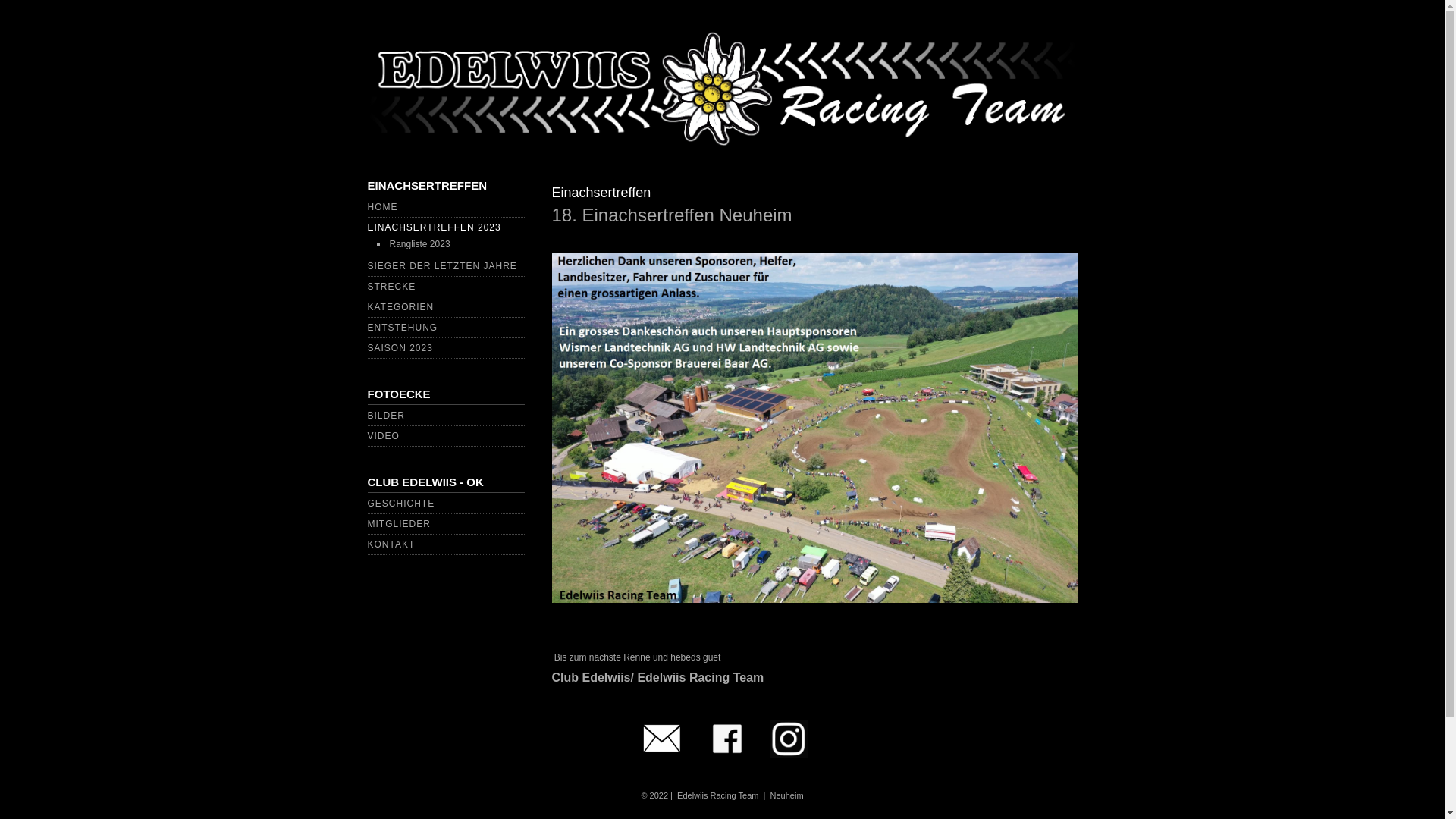 Image resolution: width=1456 pixels, height=819 pixels. Describe the element at coordinates (400, 307) in the screenshot. I see `'KATEGORIEN'` at that location.